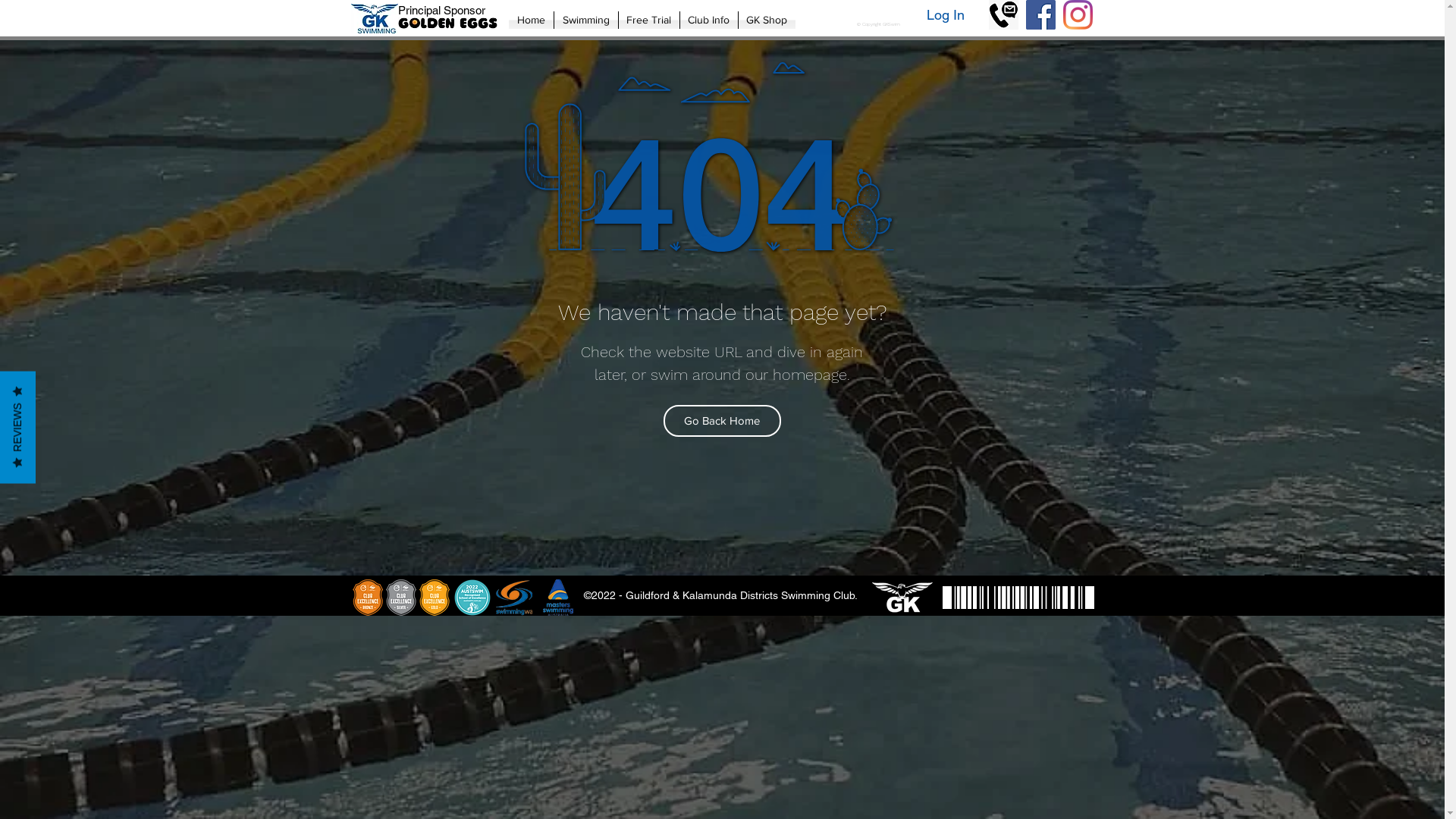  I want to click on 'FTGP_ClubExcellence_SILVER.png', so click(400, 596).